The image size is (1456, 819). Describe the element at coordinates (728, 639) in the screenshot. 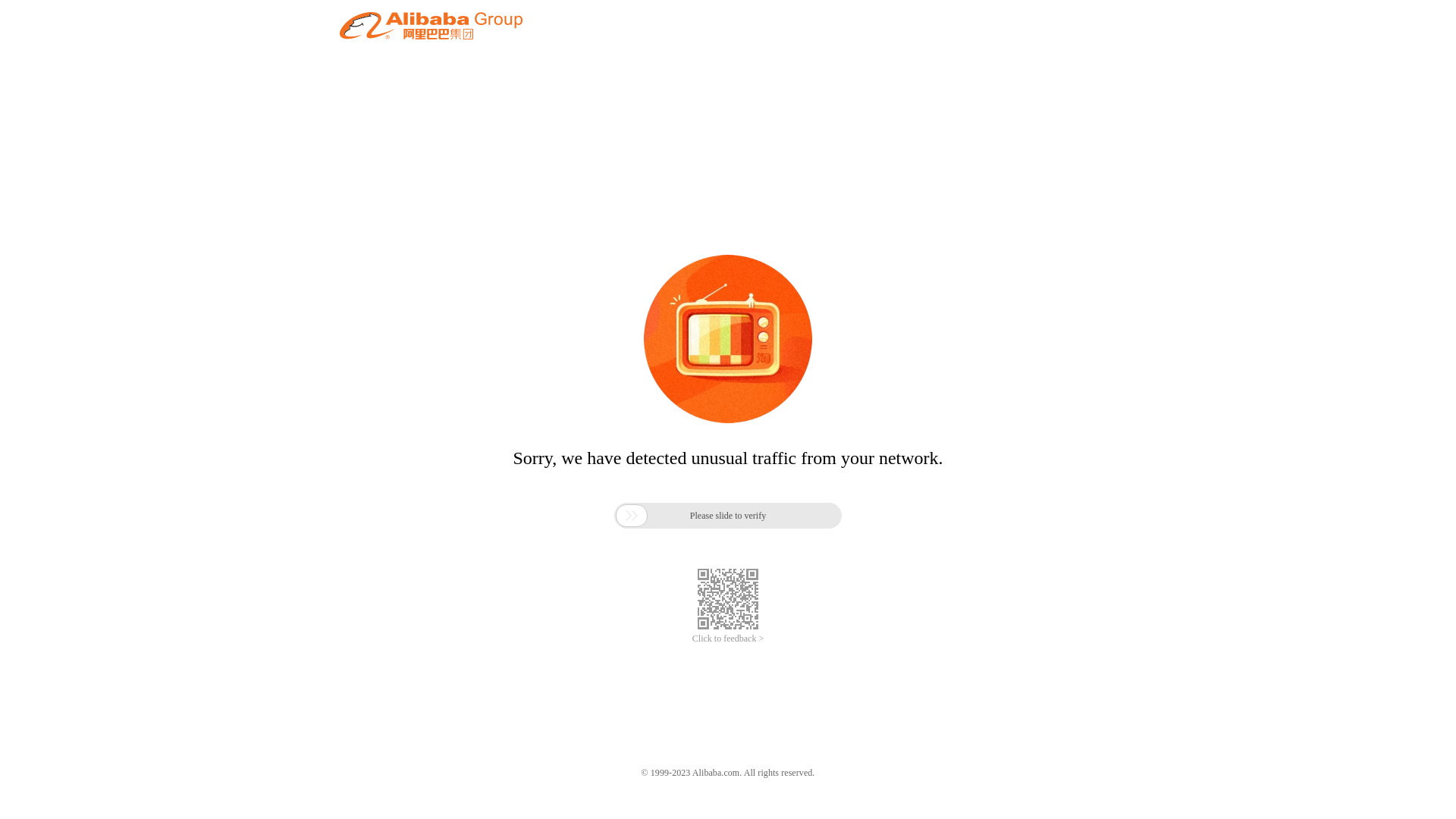

I see `'Click to feedback >'` at that location.